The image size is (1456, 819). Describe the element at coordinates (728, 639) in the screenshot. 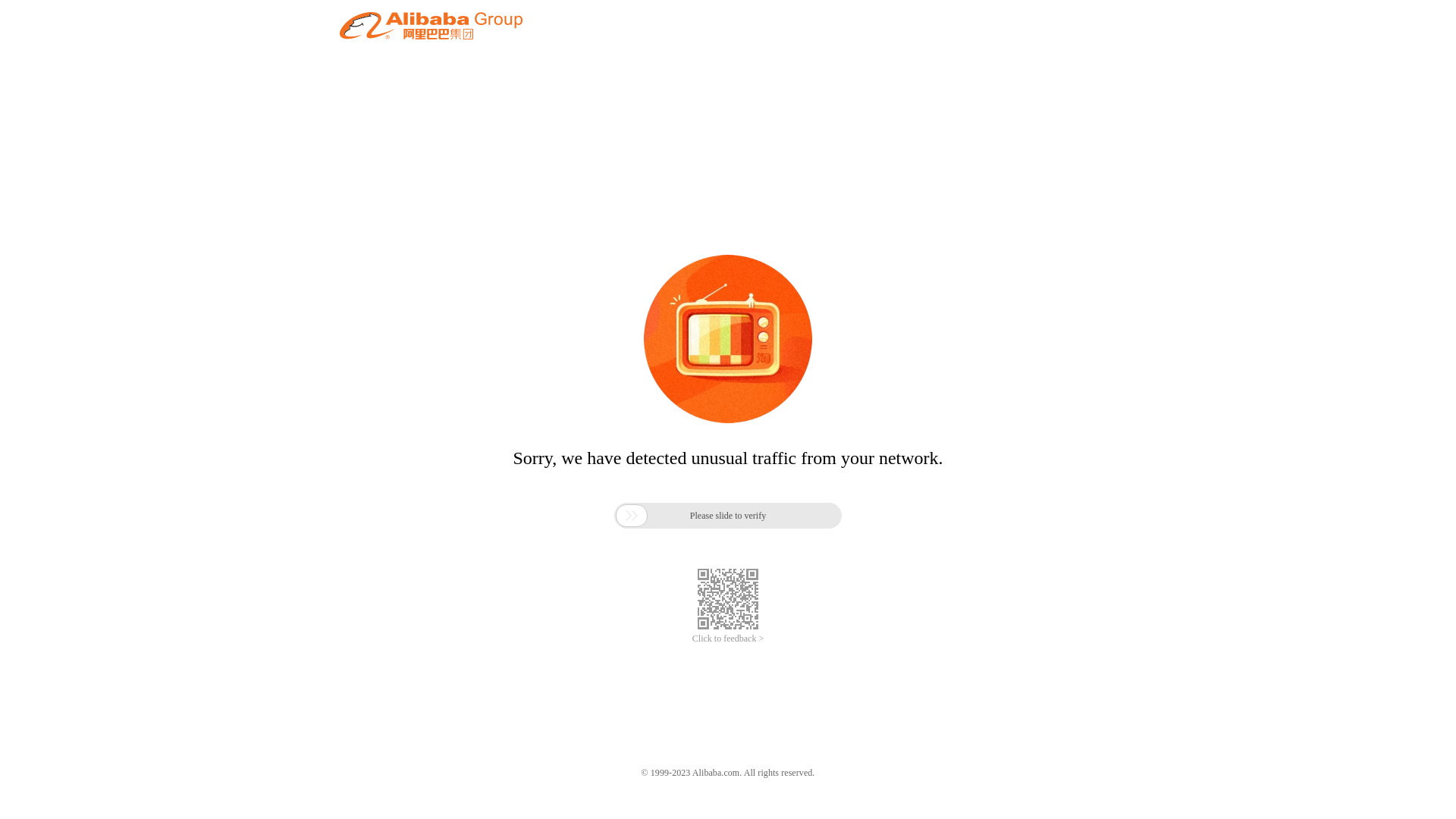

I see `'Click to feedback >'` at that location.